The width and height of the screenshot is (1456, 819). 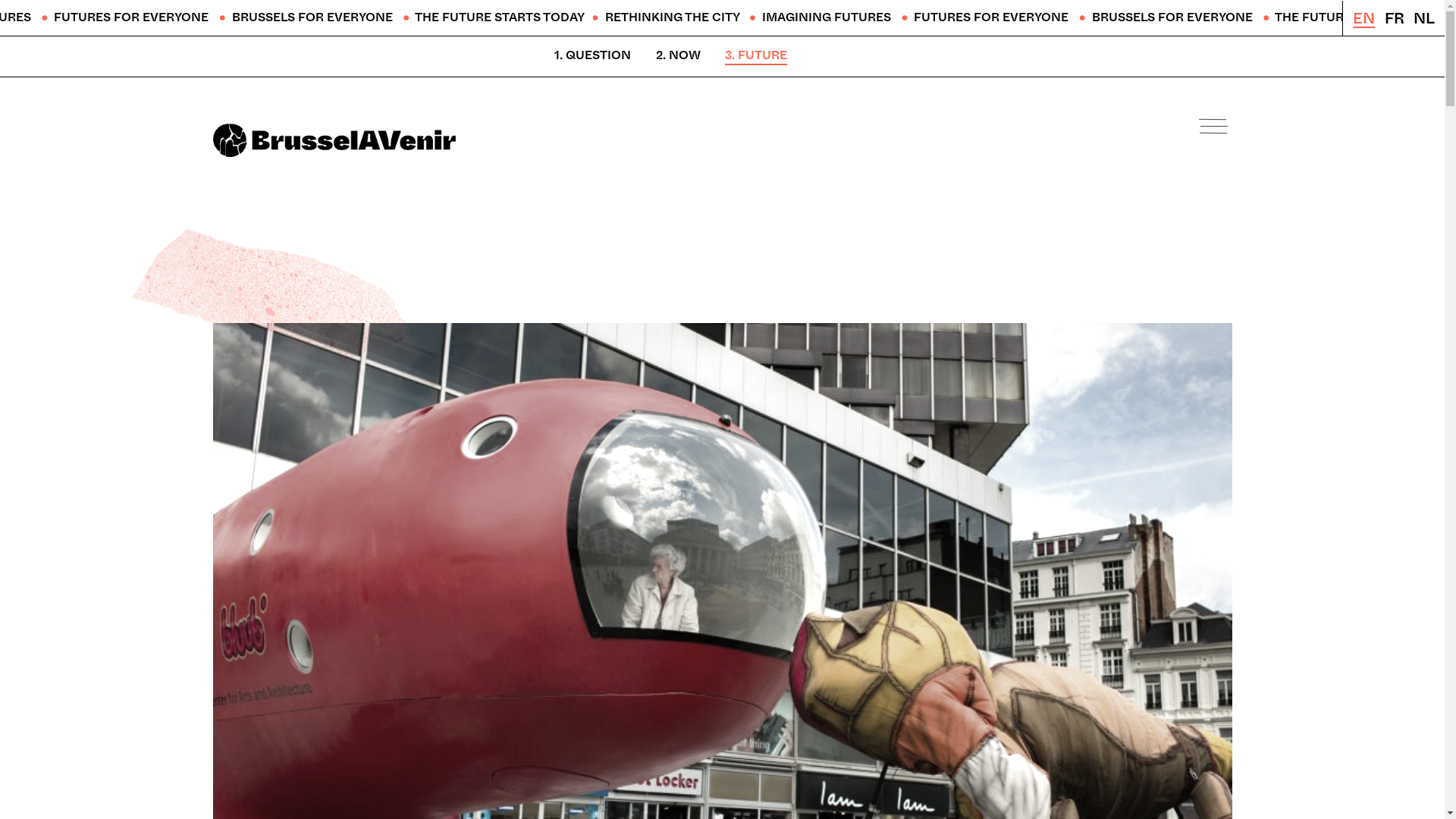 What do you see at coordinates (1423, 18) in the screenshot?
I see `'NL'` at bounding box center [1423, 18].